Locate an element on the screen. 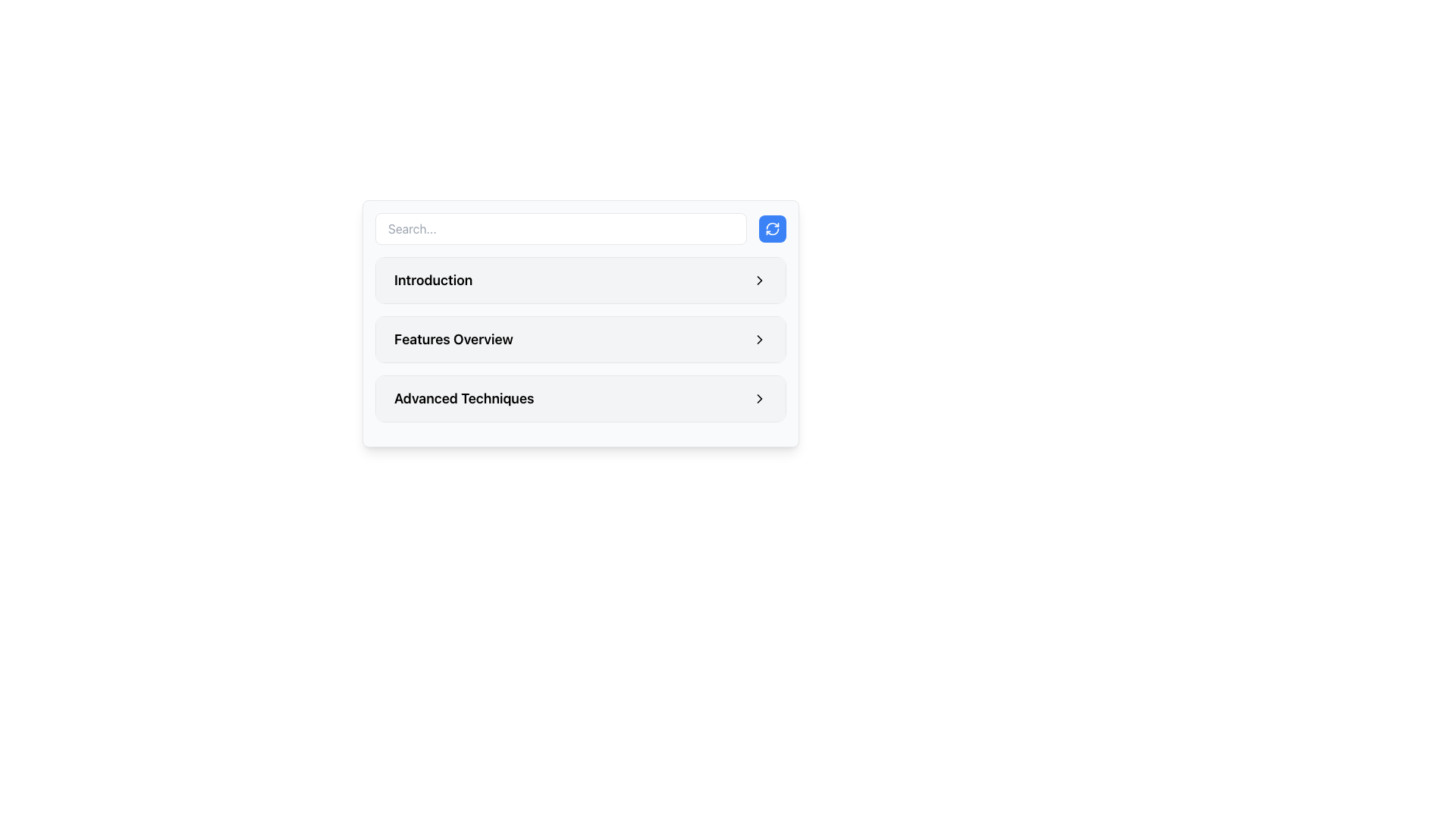  the navigation icon located at the rightmost position of the 'Advanced Techniques' entry is located at coordinates (760, 397).